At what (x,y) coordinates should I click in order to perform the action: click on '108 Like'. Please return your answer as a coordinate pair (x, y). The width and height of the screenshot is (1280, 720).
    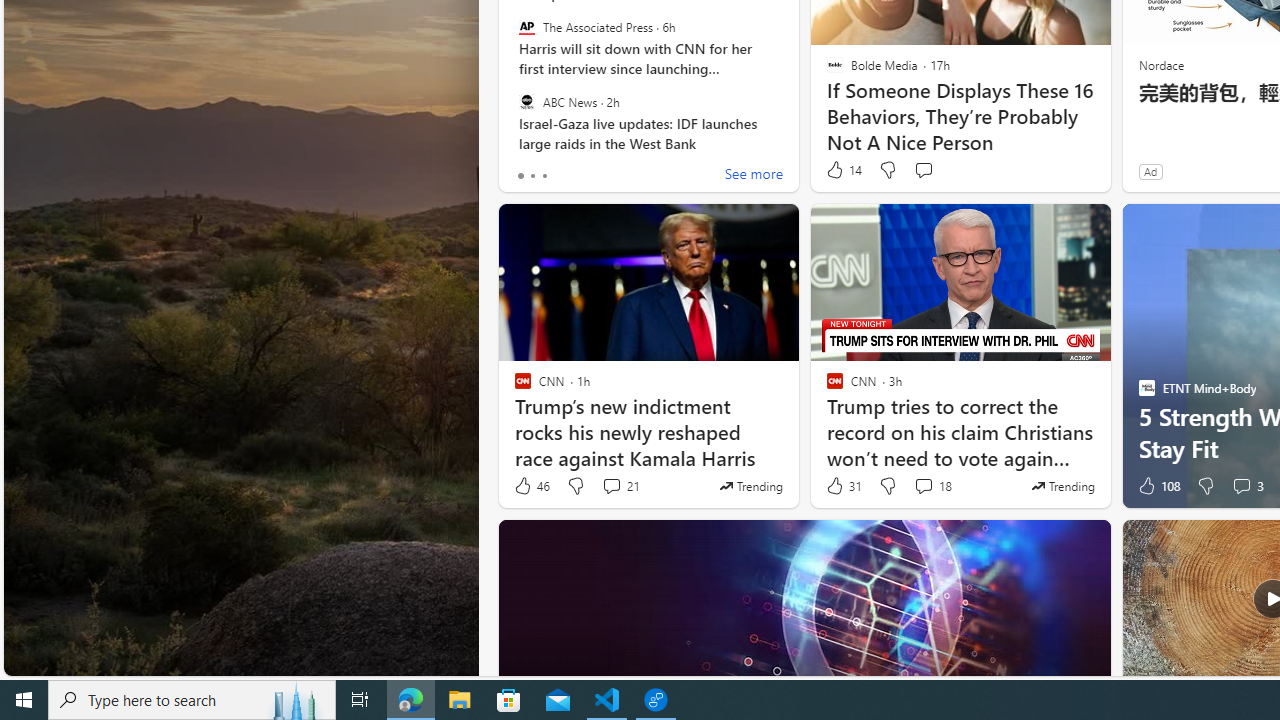
    Looking at the image, I should click on (1157, 486).